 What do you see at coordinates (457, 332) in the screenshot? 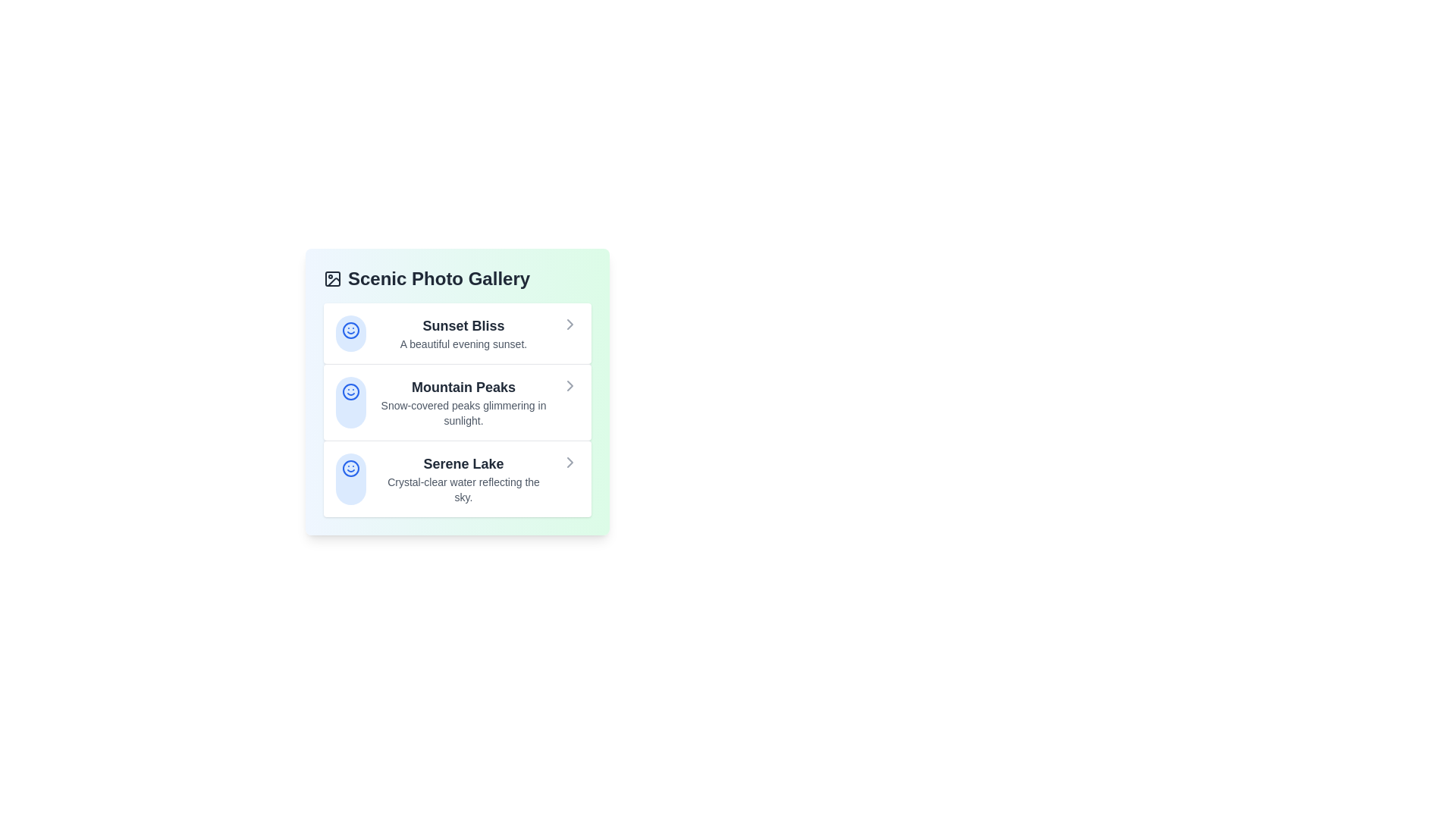
I see `the list item with the title Sunset Bliss` at bounding box center [457, 332].